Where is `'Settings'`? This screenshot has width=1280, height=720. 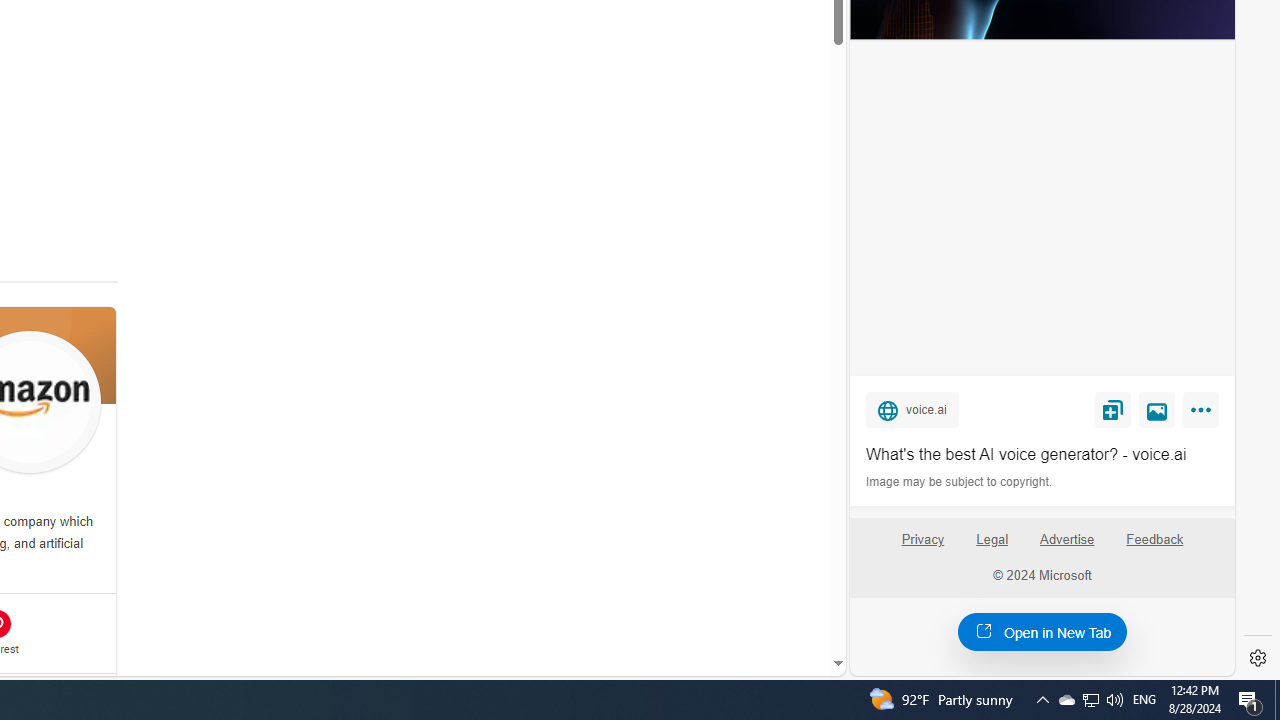 'Settings' is located at coordinates (1257, 658).